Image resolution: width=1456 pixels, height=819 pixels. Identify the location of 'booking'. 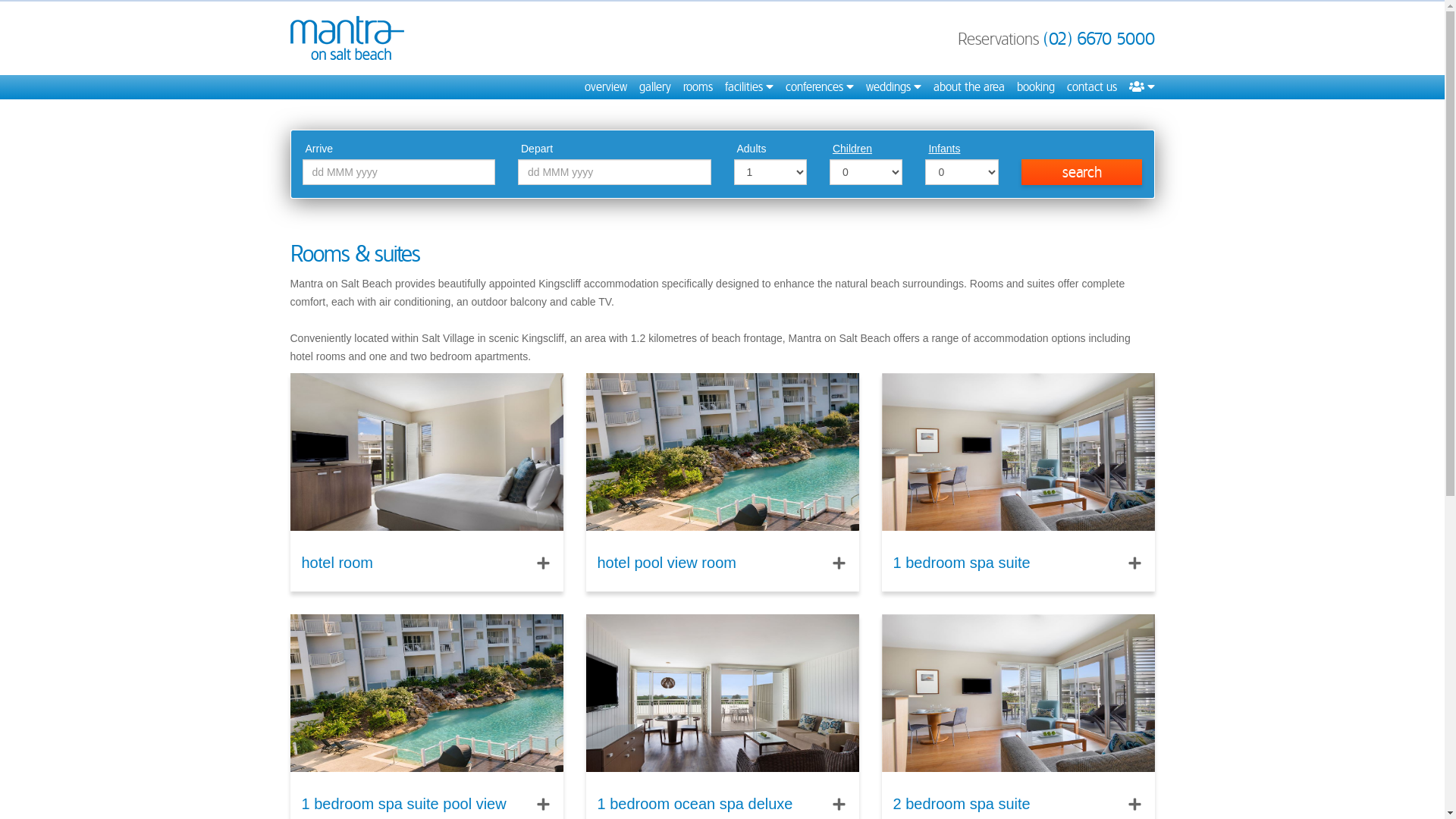
(1034, 87).